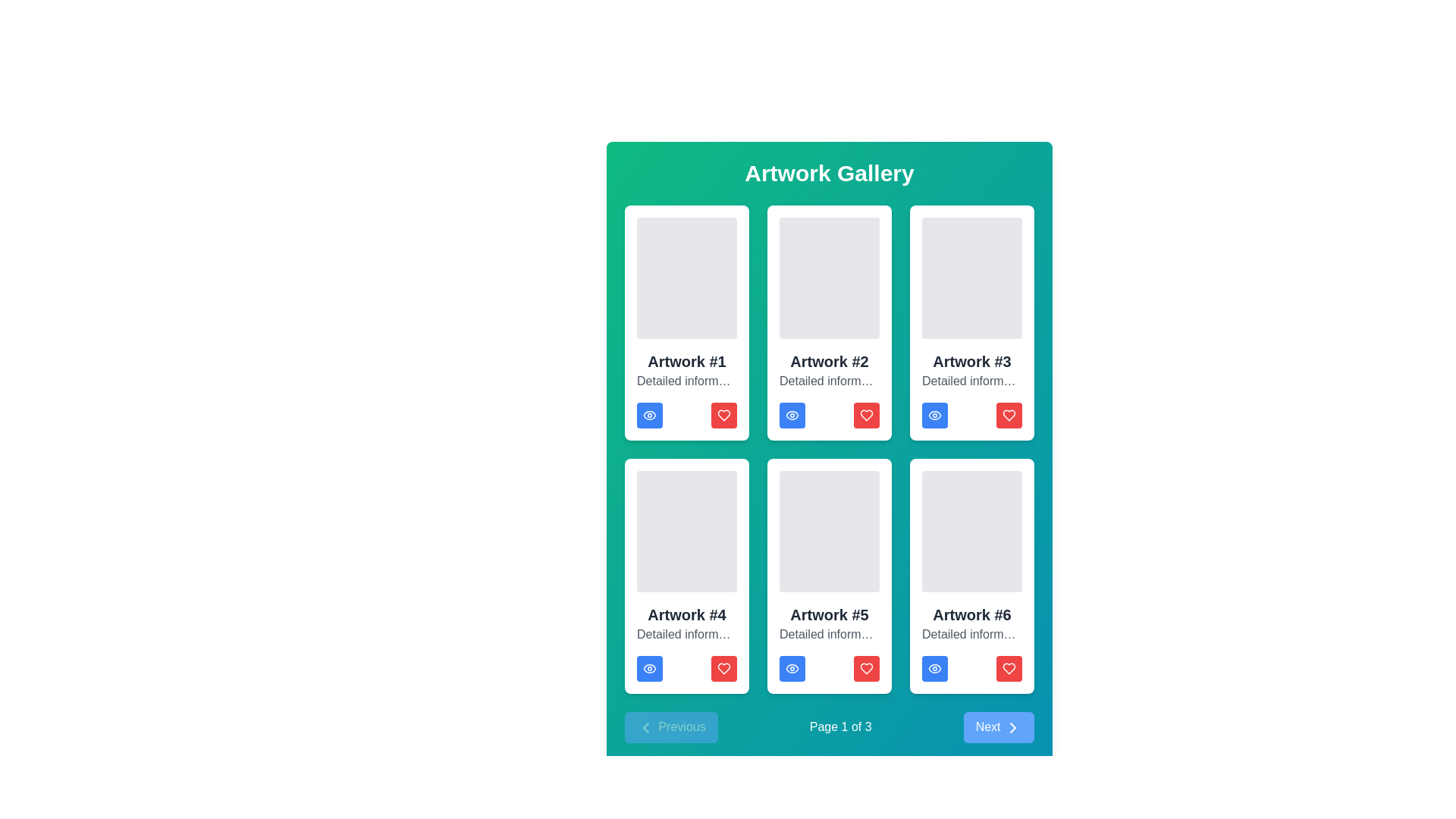  I want to click on the heart icon button located at the bottom-right of the card element in the second row and middle column of the grid layout, so click(866, 668).